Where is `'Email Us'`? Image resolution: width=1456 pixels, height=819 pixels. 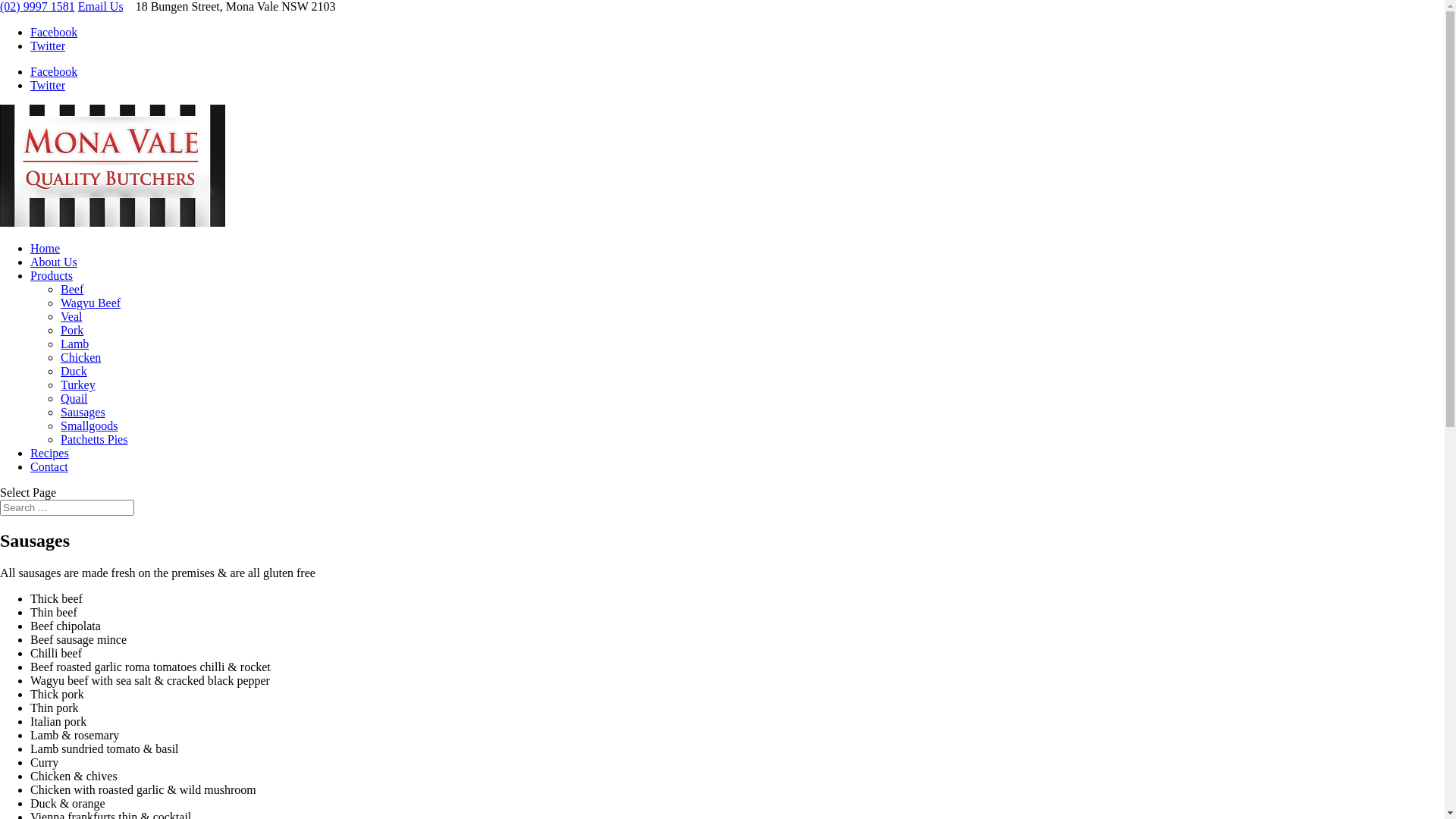 'Email Us' is located at coordinates (77, 6).